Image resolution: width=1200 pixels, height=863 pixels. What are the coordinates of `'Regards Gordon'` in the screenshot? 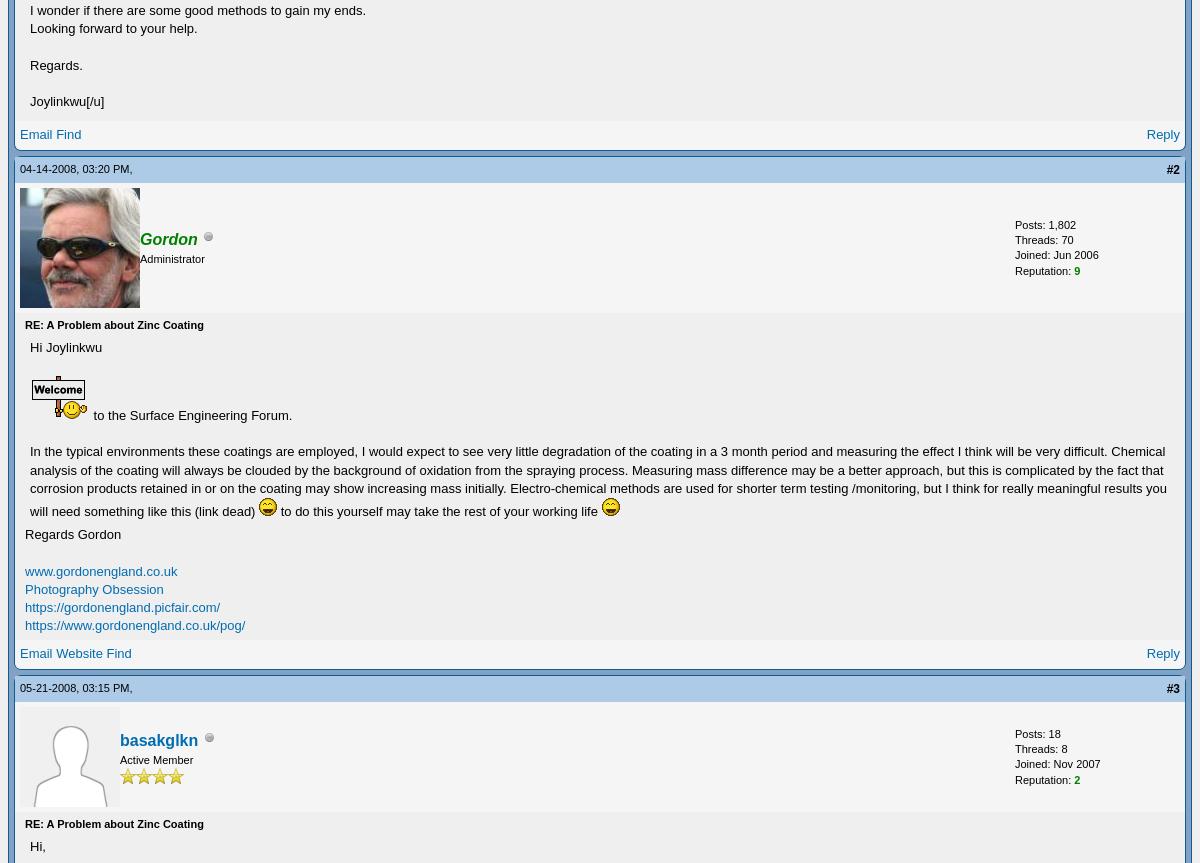 It's located at (24, 534).